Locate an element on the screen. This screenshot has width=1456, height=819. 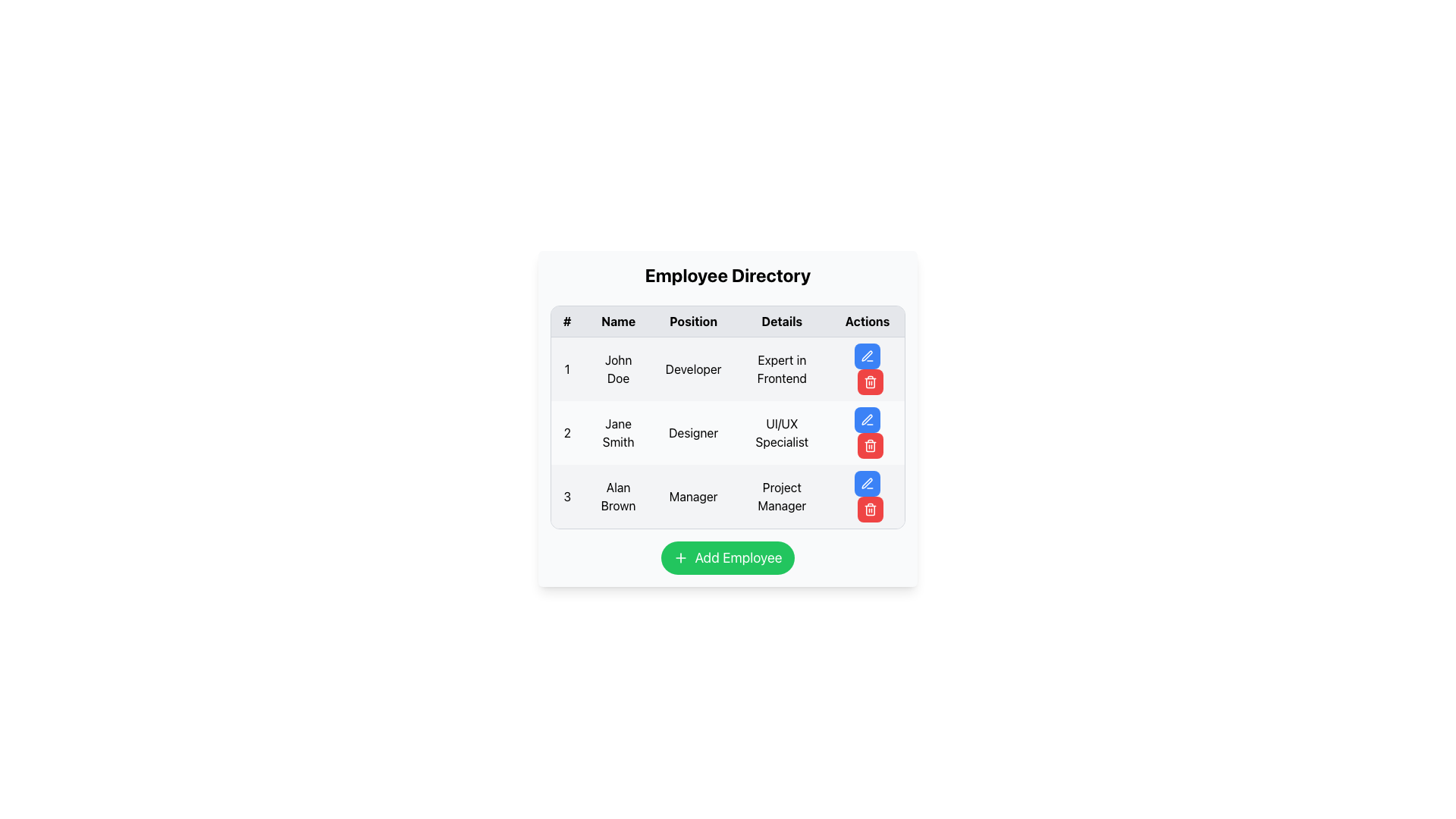
the button located below the employee information table to initiate the addition of a new employee is located at coordinates (728, 558).